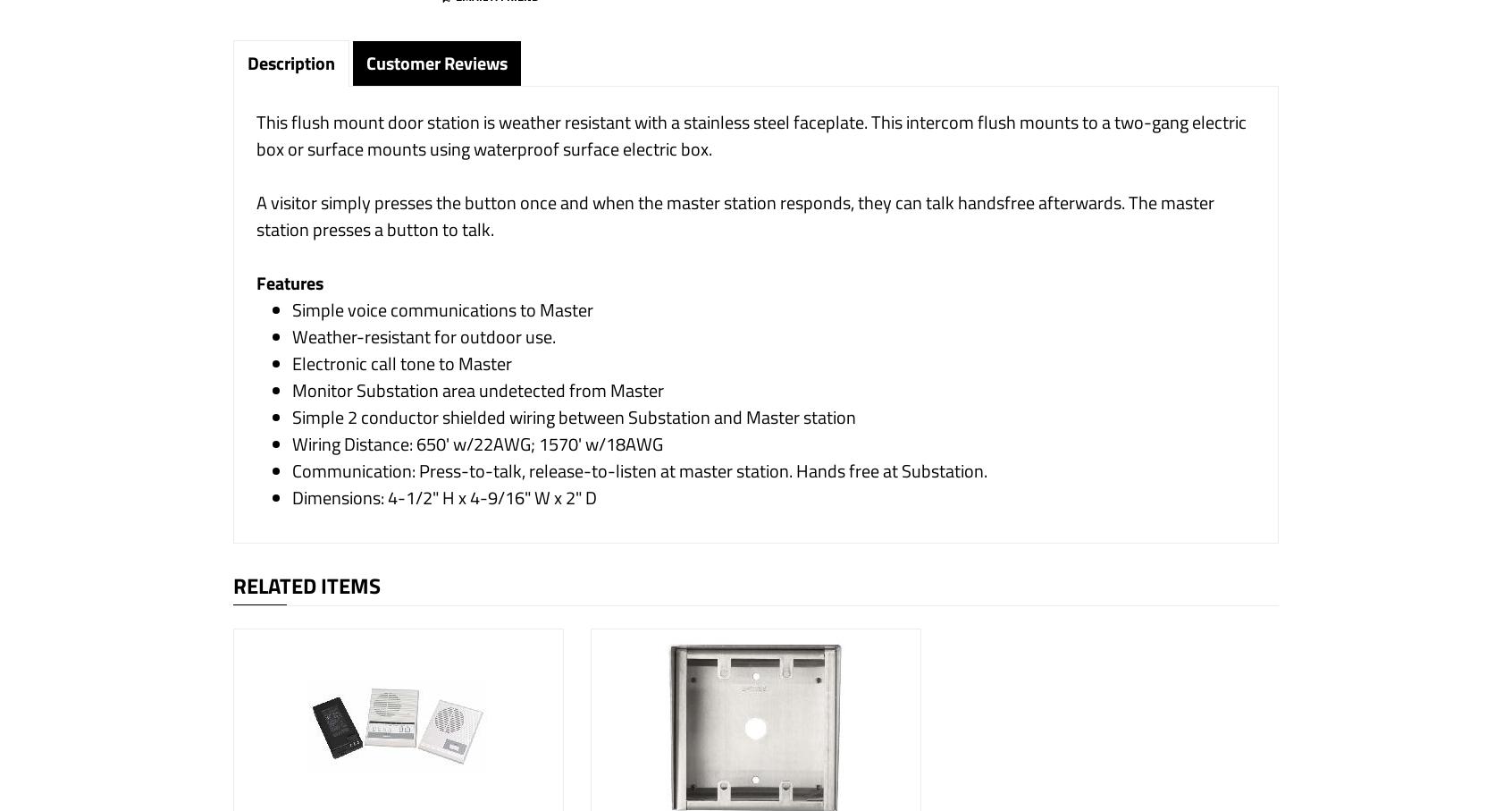  I want to click on 'Features', so click(289, 283).